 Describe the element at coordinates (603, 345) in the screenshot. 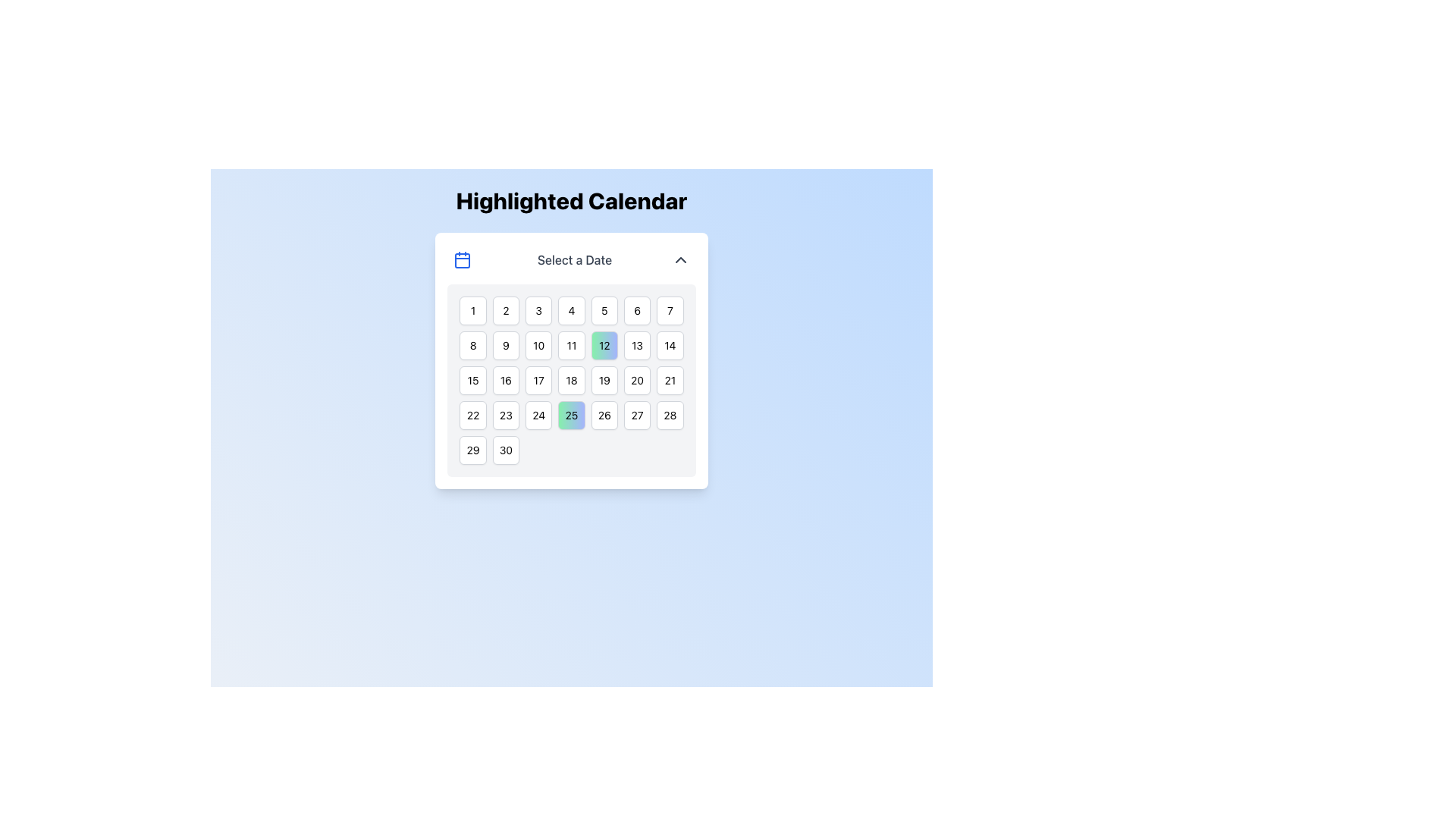

I see `the button representing the 12th day of the month in the calendar control` at that location.